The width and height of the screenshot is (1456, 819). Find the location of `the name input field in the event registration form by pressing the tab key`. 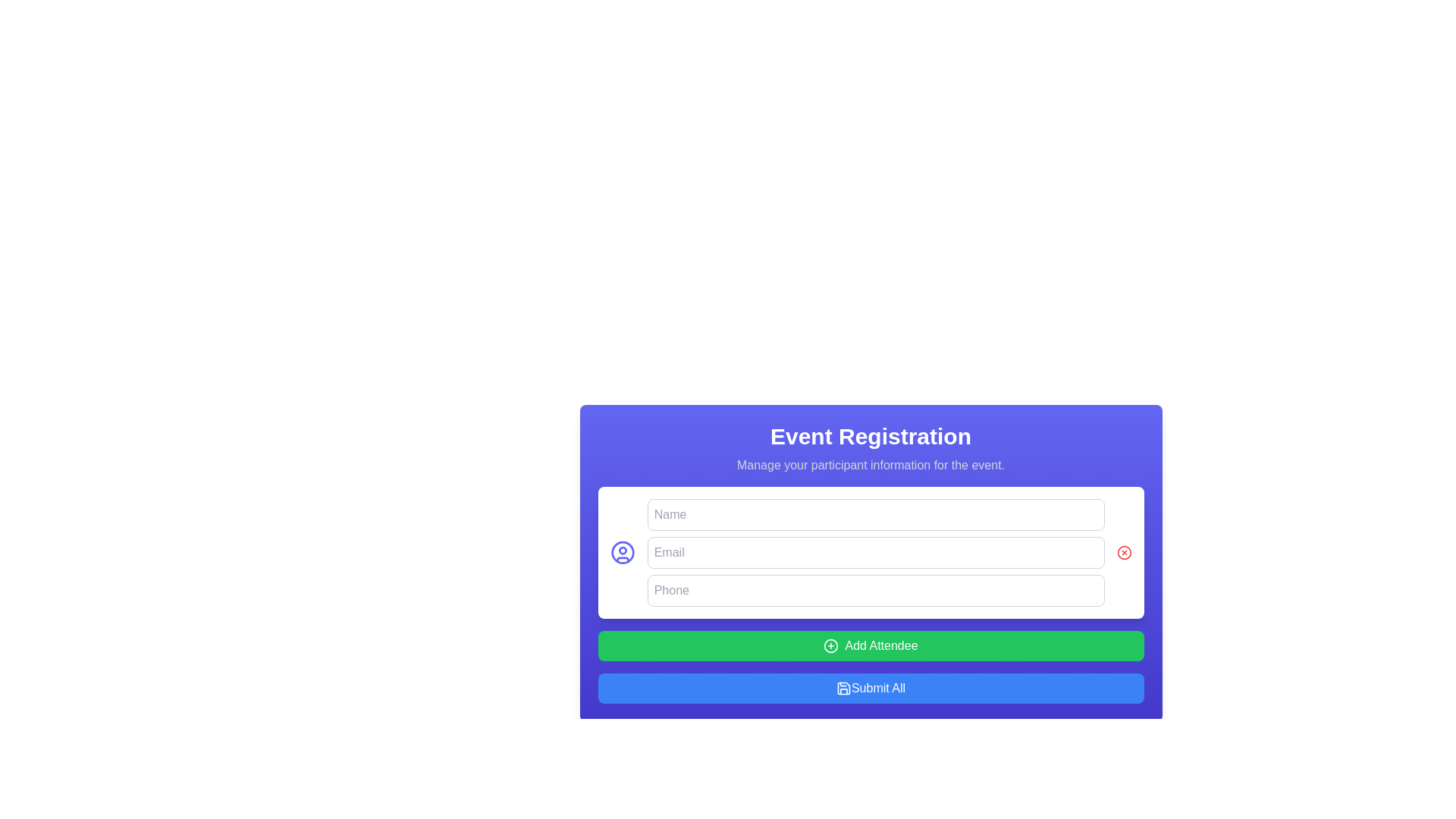

the name input field in the event registration form by pressing the tab key is located at coordinates (876, 513).